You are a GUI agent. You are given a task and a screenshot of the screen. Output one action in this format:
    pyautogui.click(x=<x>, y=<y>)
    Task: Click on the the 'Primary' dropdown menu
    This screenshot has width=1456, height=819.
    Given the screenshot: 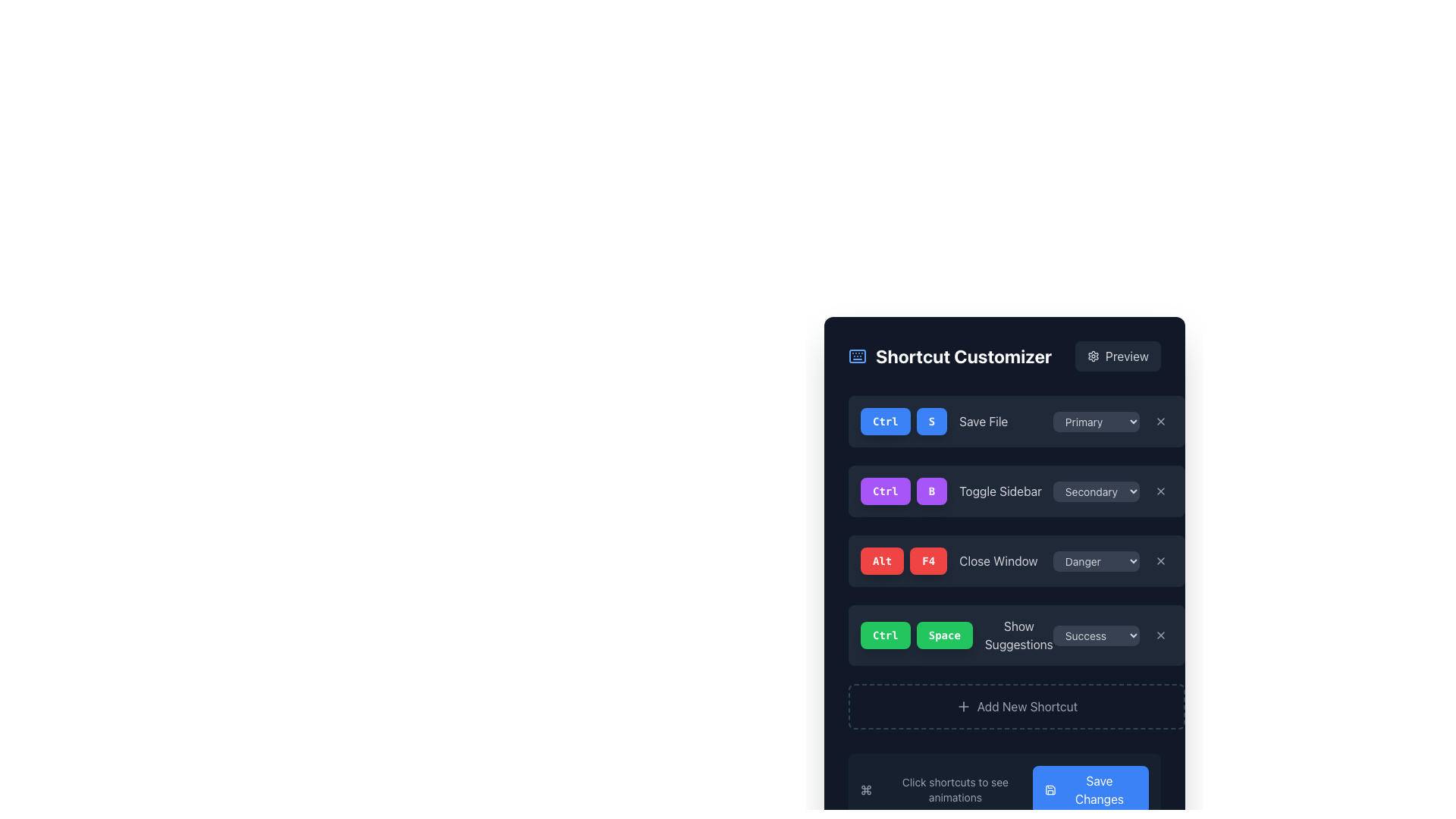 What is the action you would take?
    pyautogui.click(x=1112, y=421)
    